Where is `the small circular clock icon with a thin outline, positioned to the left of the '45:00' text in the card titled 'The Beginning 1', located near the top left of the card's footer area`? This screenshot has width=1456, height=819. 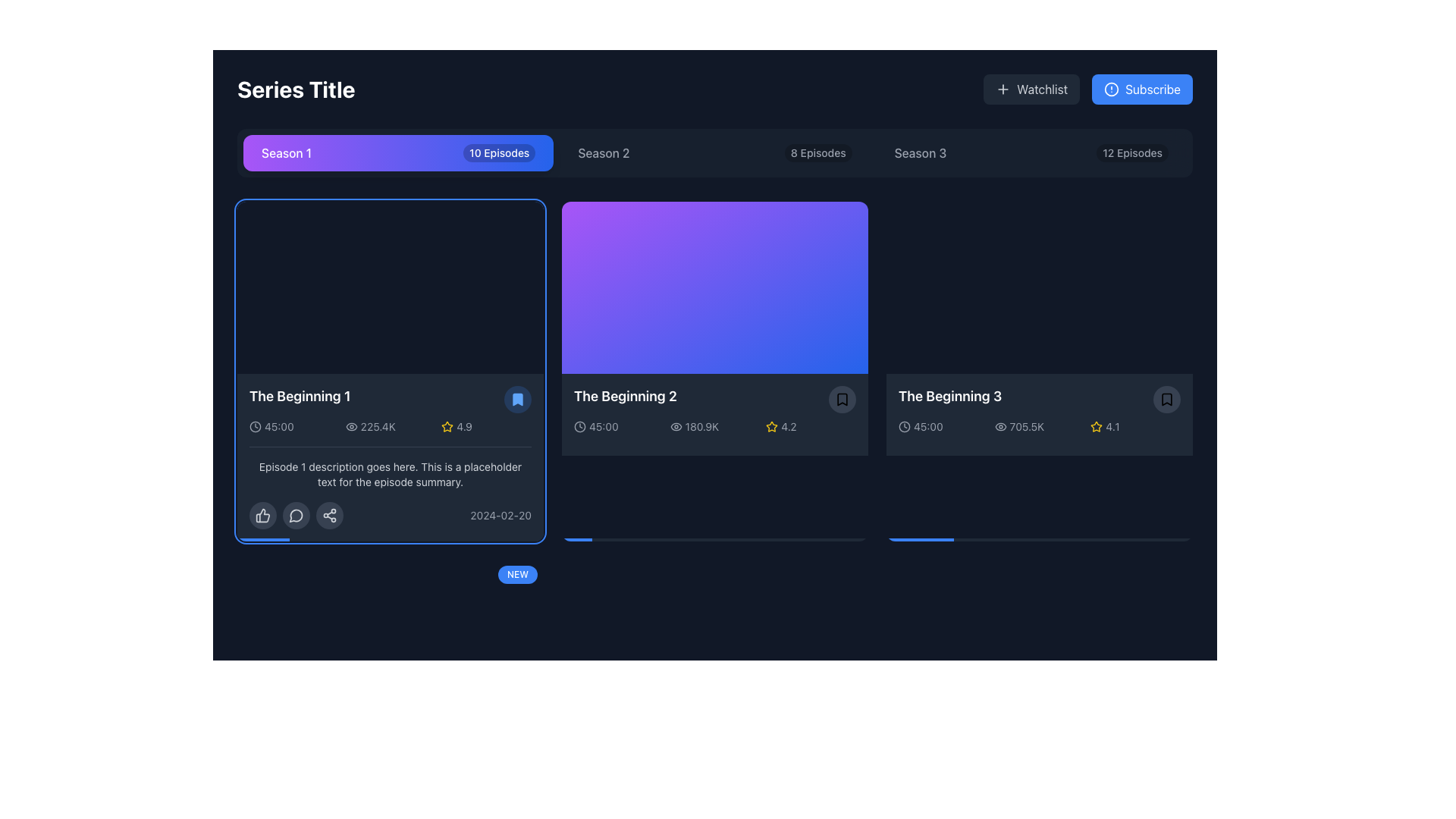 the small circular clock icon with a thin outline, positioned to the left of the '45:00' text in the card titled 'The Beginning 1', located near the top left of the card's footer area is located at coordinates (579, 427).